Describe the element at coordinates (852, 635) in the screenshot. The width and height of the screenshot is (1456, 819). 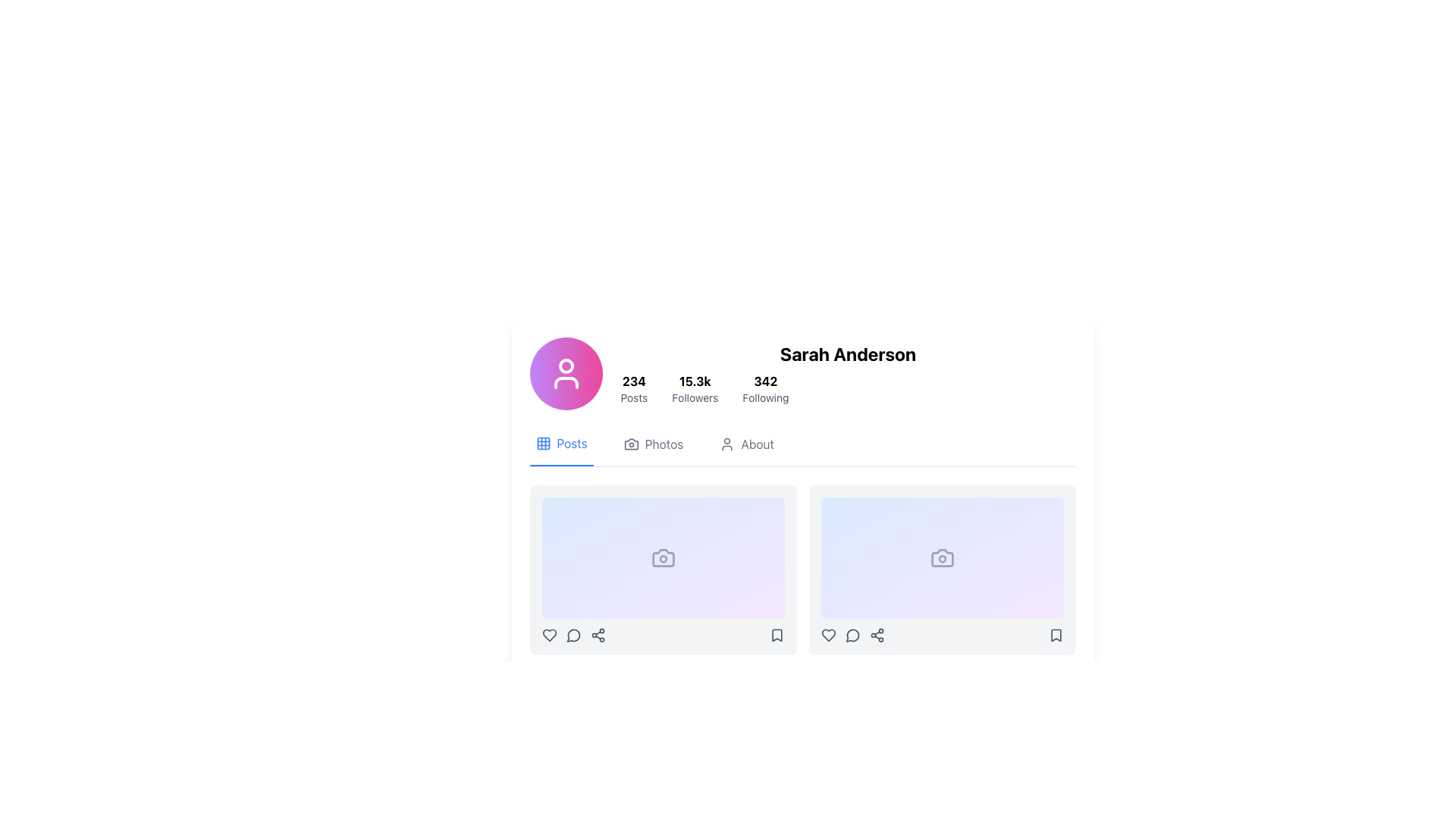
I see `the circular icon button resembling a speech bubble, which is the second icon from the left beneath the second image post` at that location.